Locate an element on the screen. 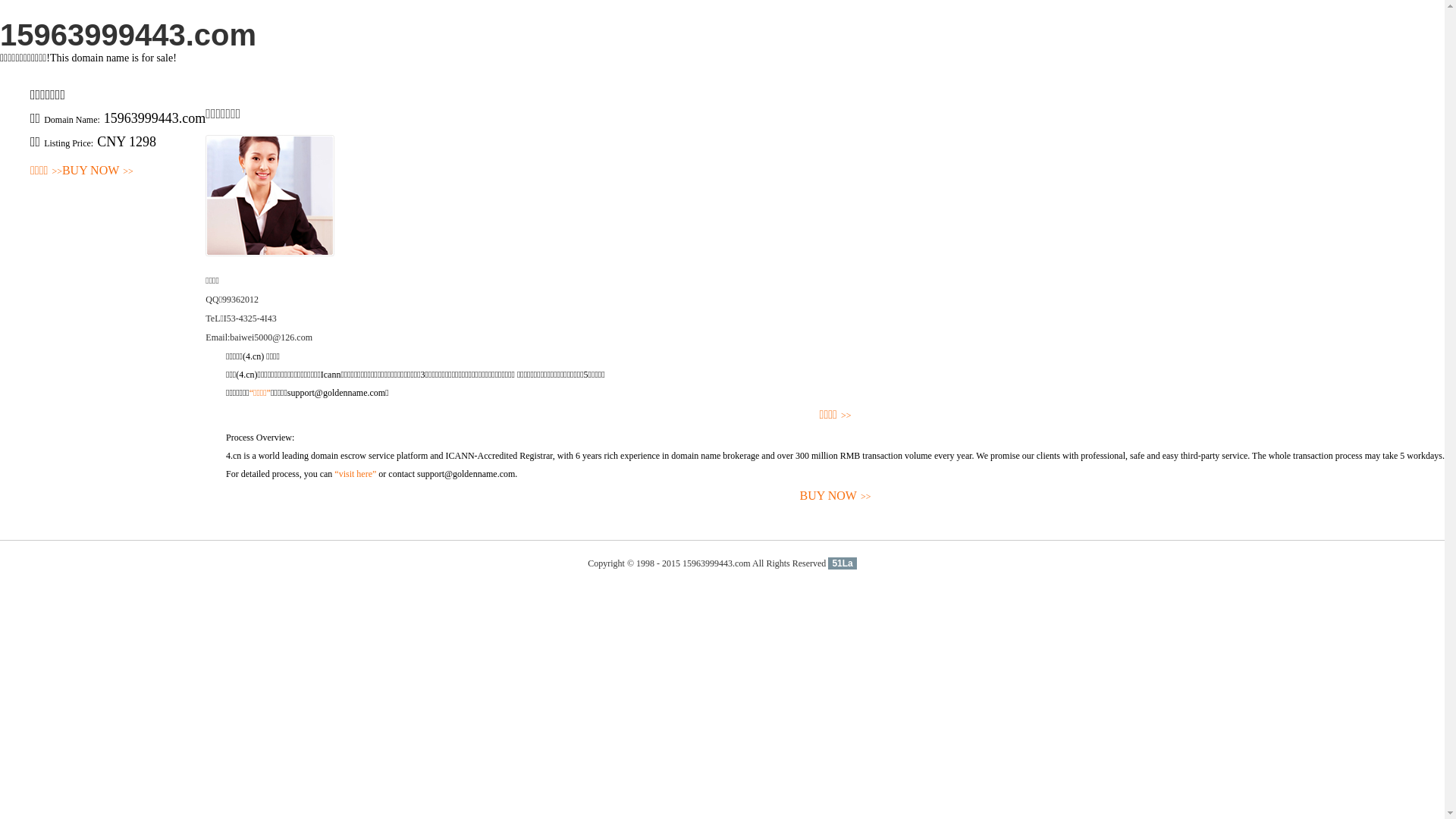 Image resolution: width=1456 pixels, height=819 pixels. 'BUY NOW>>' is located at coordinates (97, 171).